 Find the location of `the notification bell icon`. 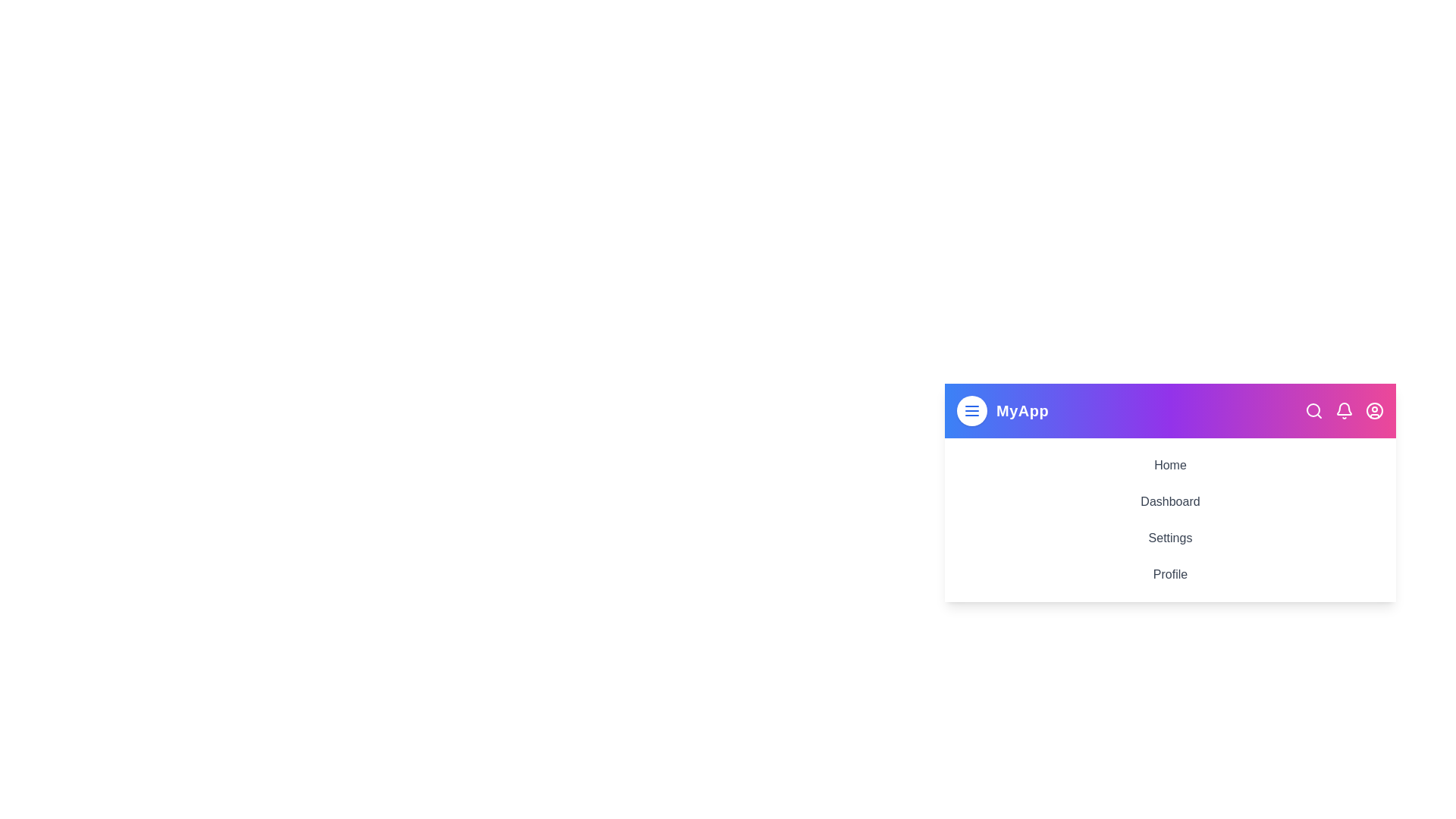

the notification bell icon is located at coordinates (1344, 411).